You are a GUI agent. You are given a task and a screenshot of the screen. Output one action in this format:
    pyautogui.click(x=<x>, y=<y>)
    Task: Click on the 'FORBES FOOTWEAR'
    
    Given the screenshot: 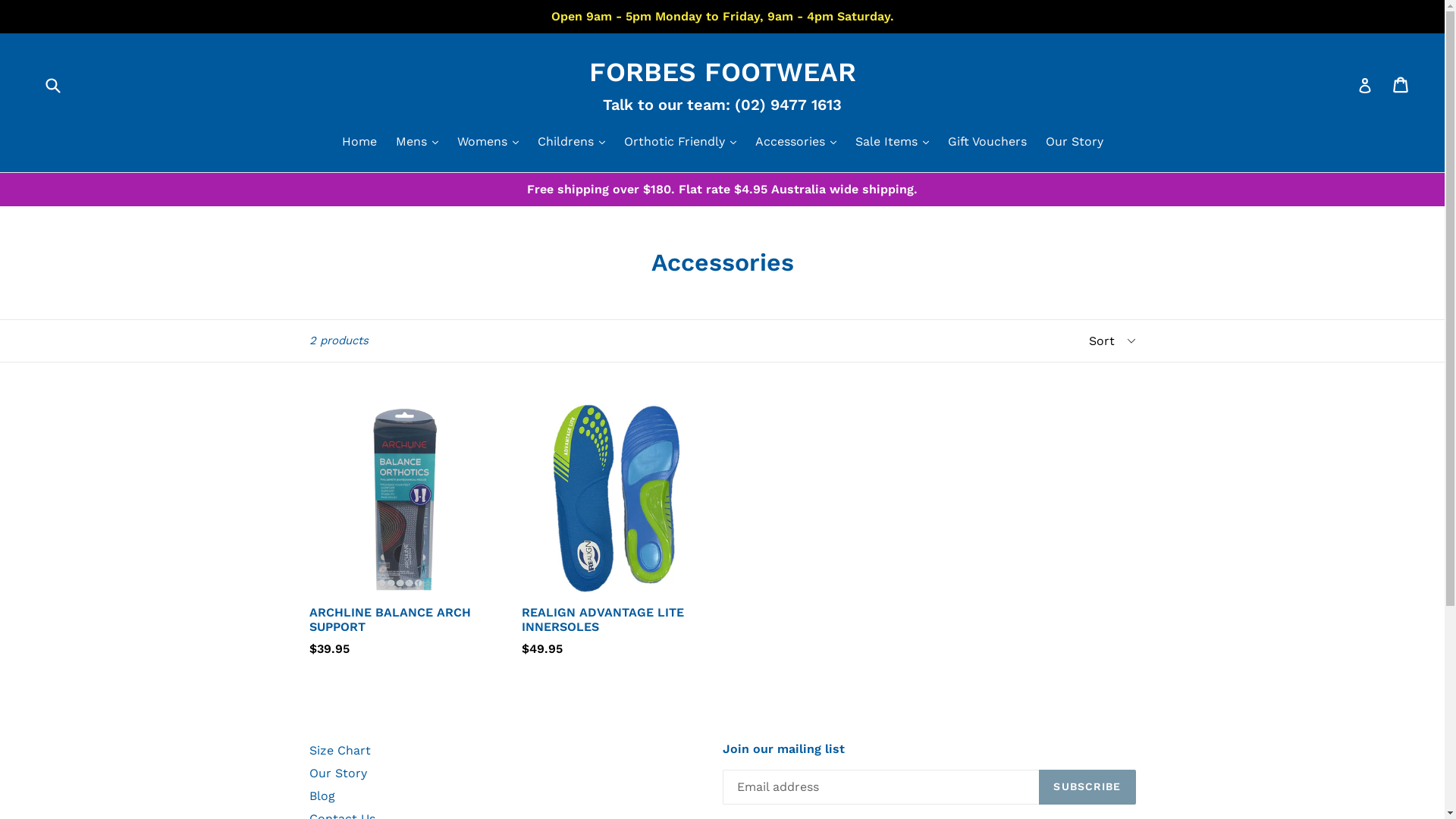 What is the action you would take?
    pyautogui.click(x=720, y=72)
    